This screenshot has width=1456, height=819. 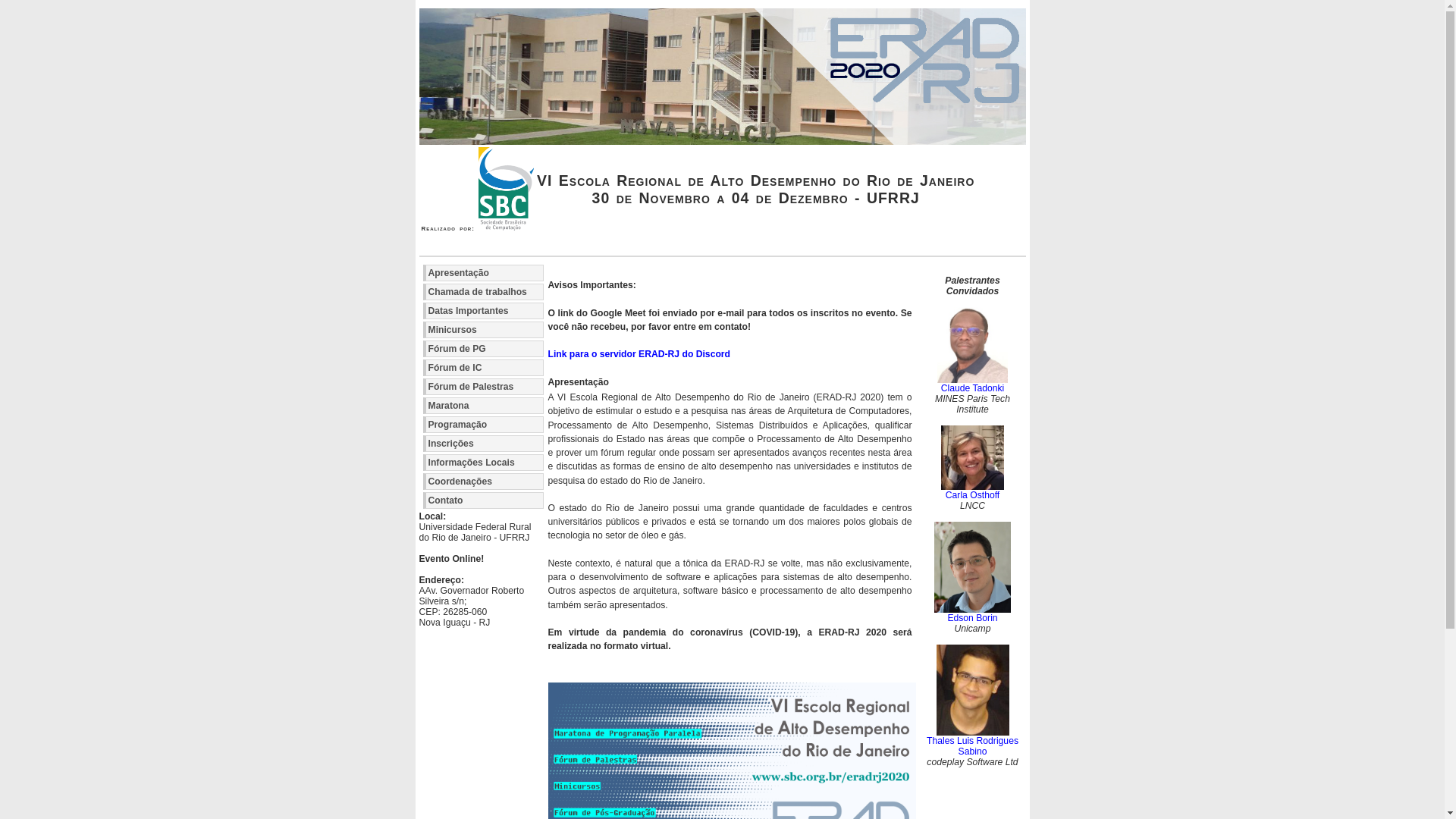 I want to click on 'Chamada de trabalhos', so click(x=482, y=292).